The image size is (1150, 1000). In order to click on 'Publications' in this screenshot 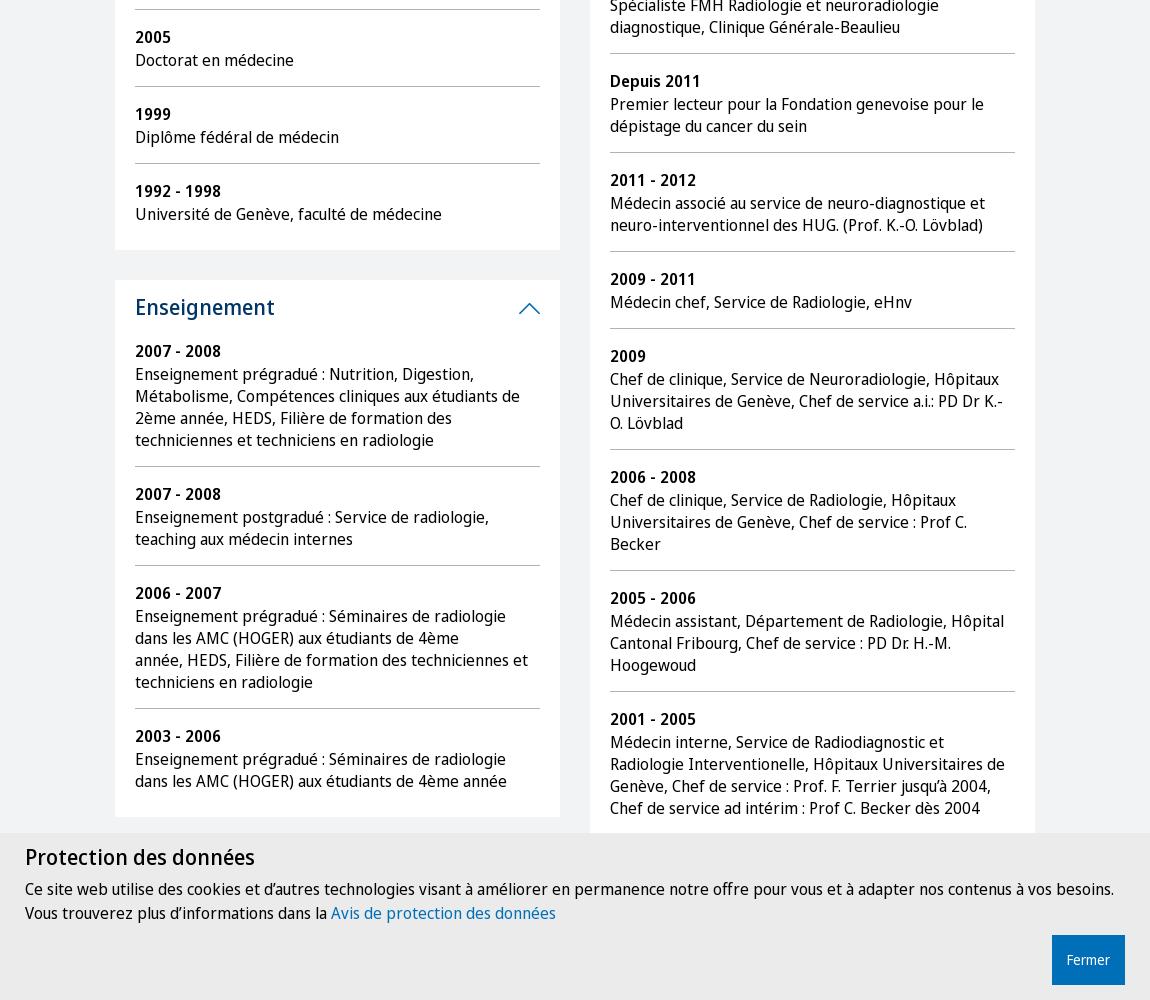, I will do `click(194, 873)`.